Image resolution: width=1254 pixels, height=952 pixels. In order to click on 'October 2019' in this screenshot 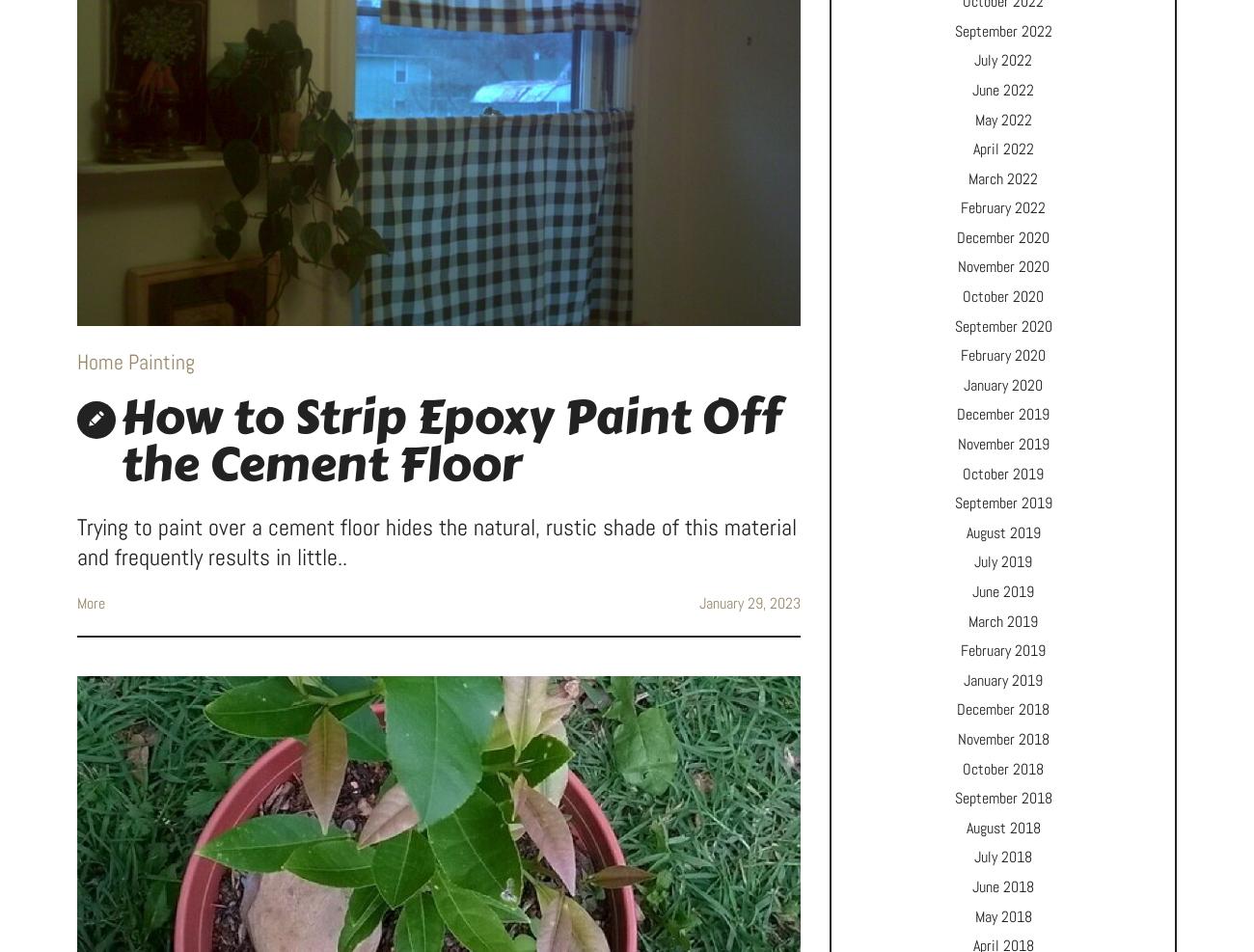, I will do `click(1003, 472)`.